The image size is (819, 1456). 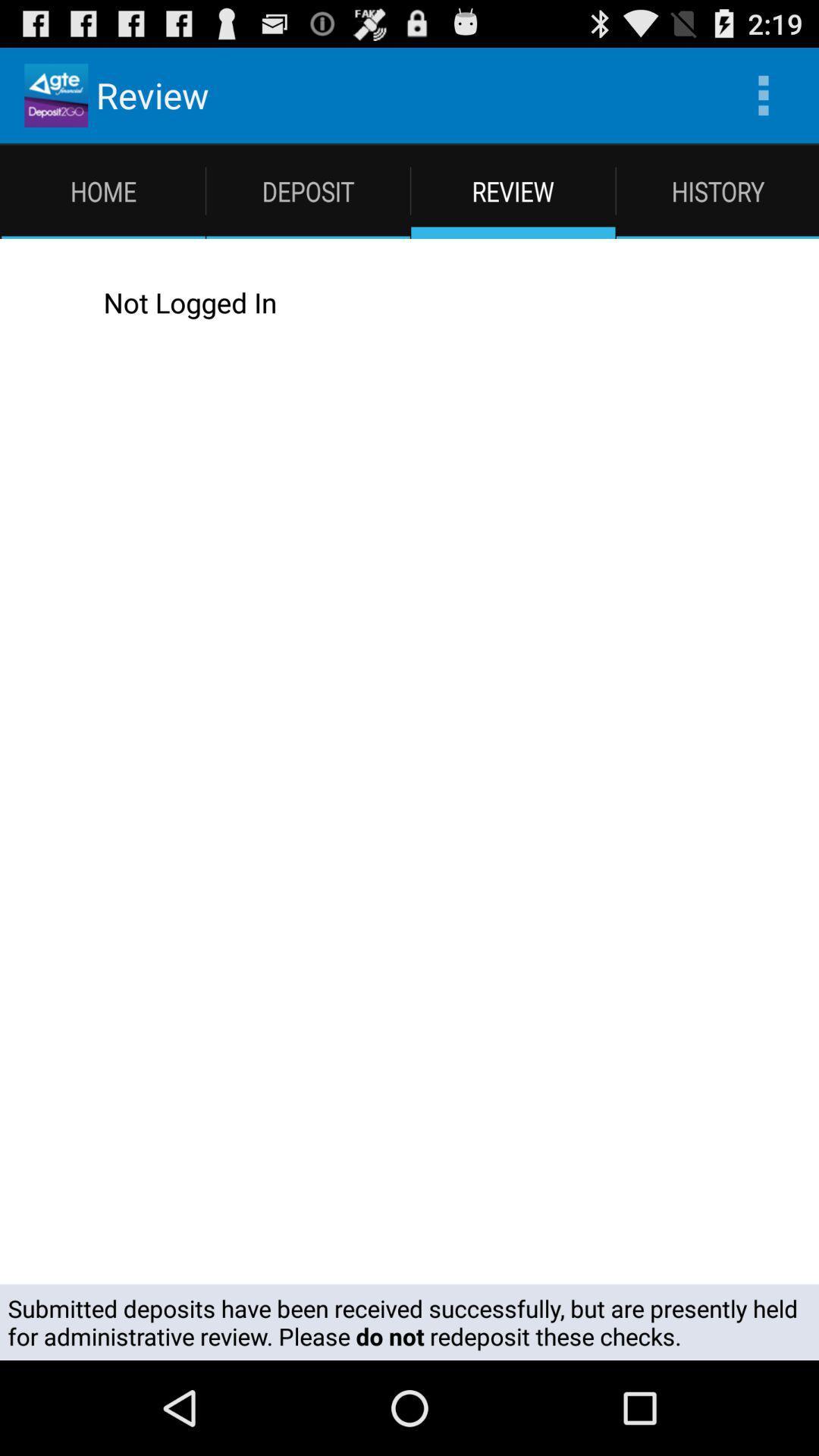 I want to click on app below home app, so click(x=425, y=302).